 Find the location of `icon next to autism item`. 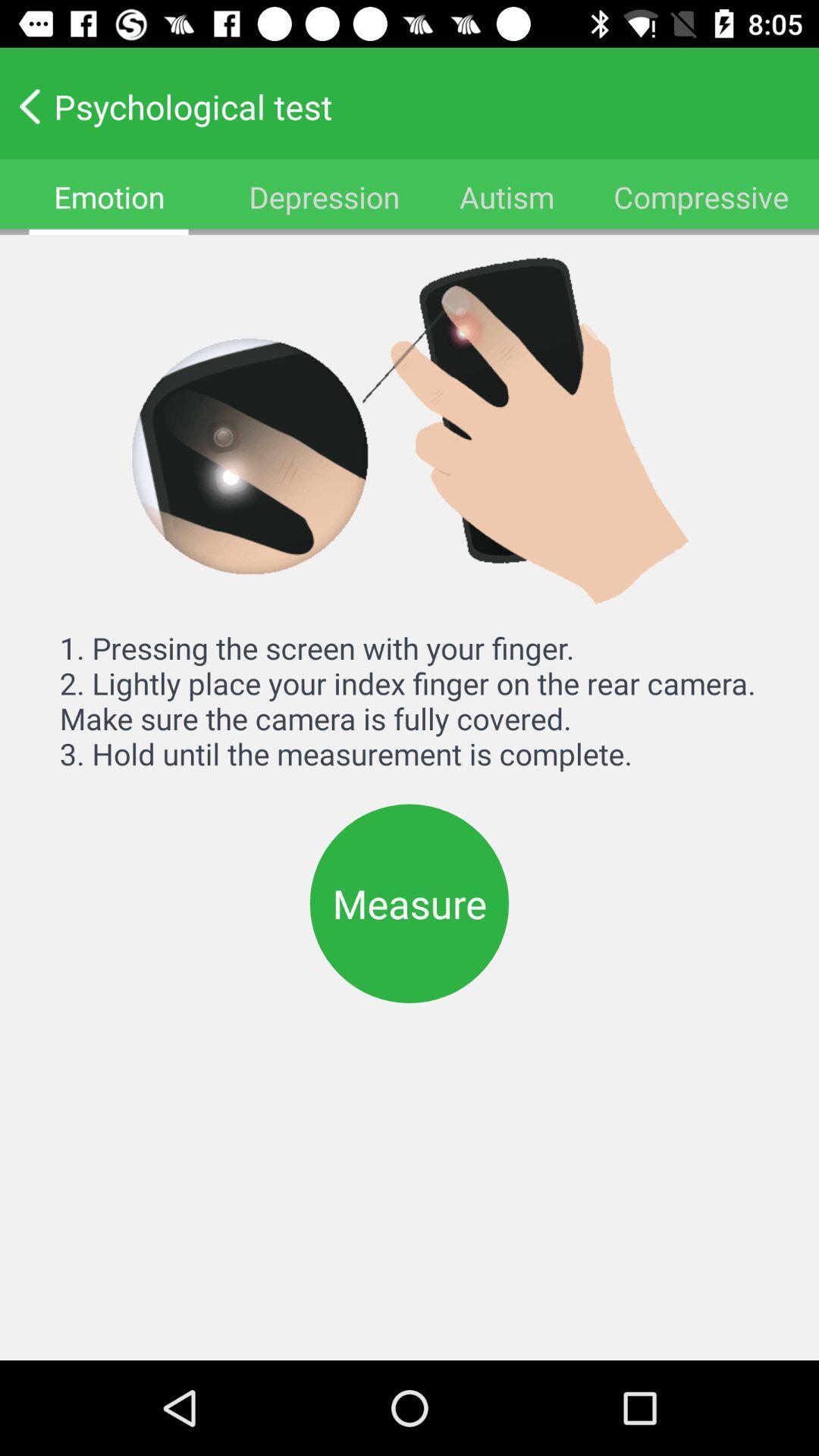

icon next to autism item is located at coordinates (701, 196).